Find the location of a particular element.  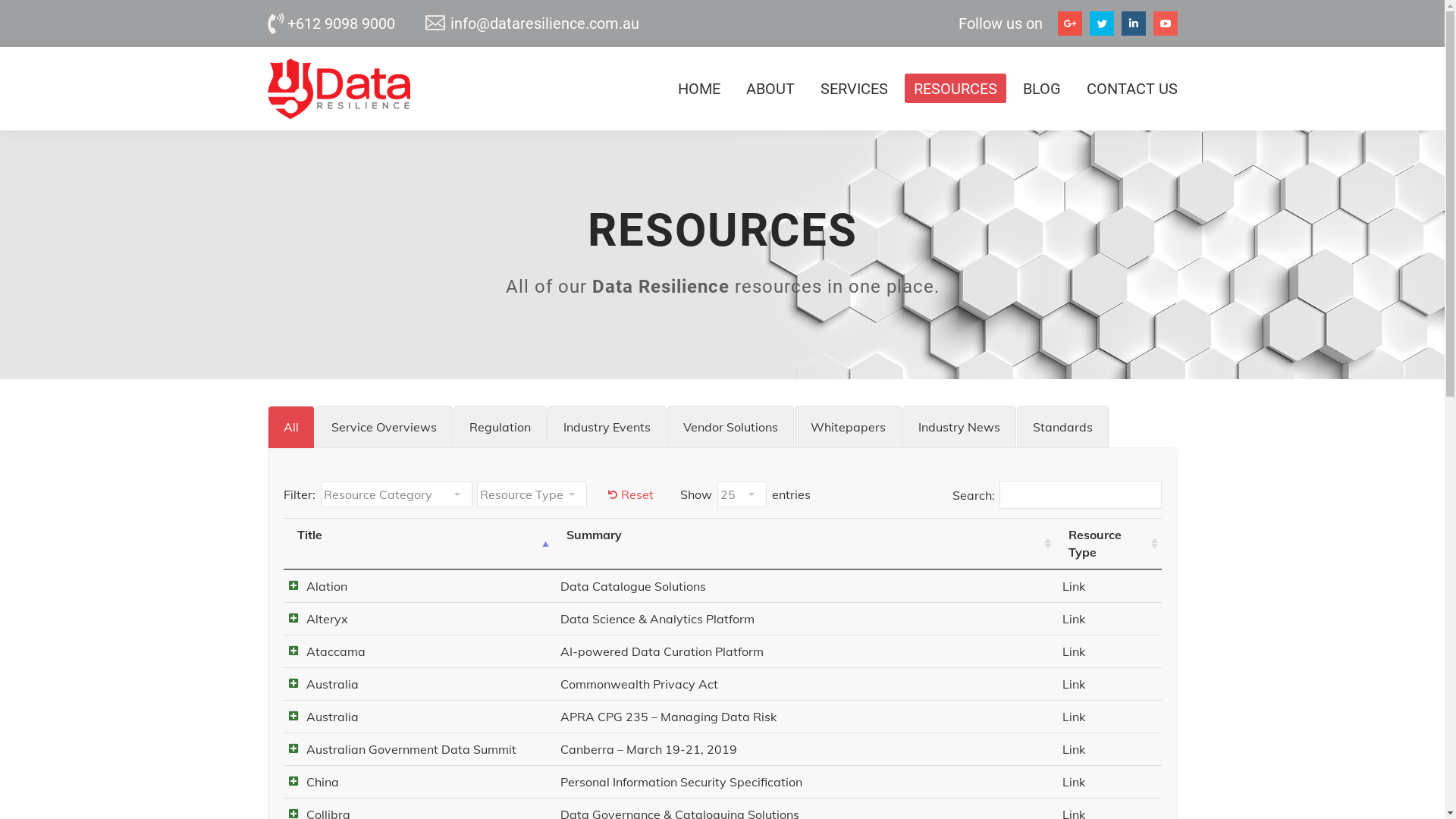

'HOME' is located at coordinates (698, 88).